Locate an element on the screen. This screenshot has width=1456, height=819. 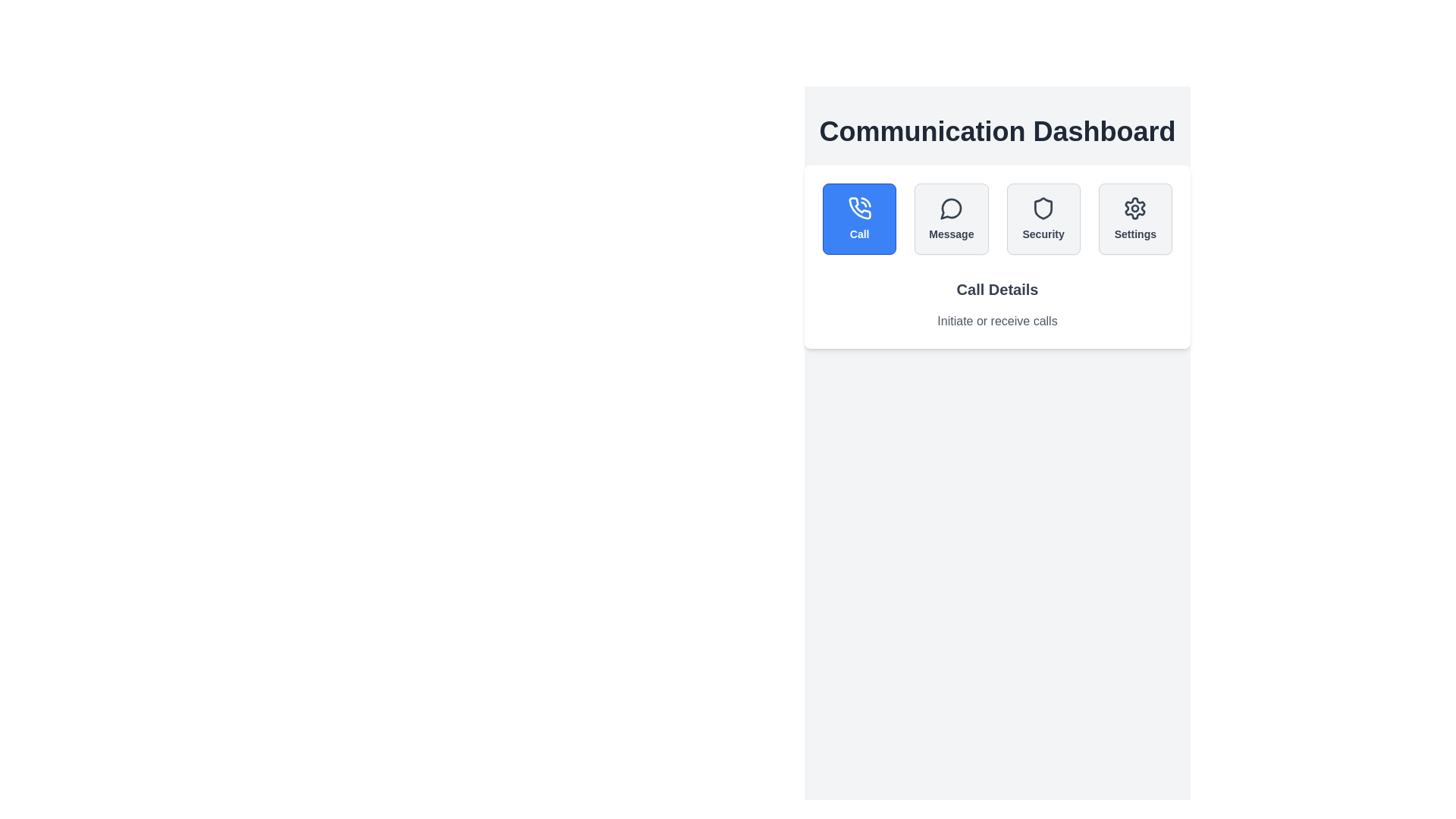
the settings button located at the rightmost position of the horizontal row of four buttons under the 'Communication Dashboard' heading is located at coordinates (1135, 219).